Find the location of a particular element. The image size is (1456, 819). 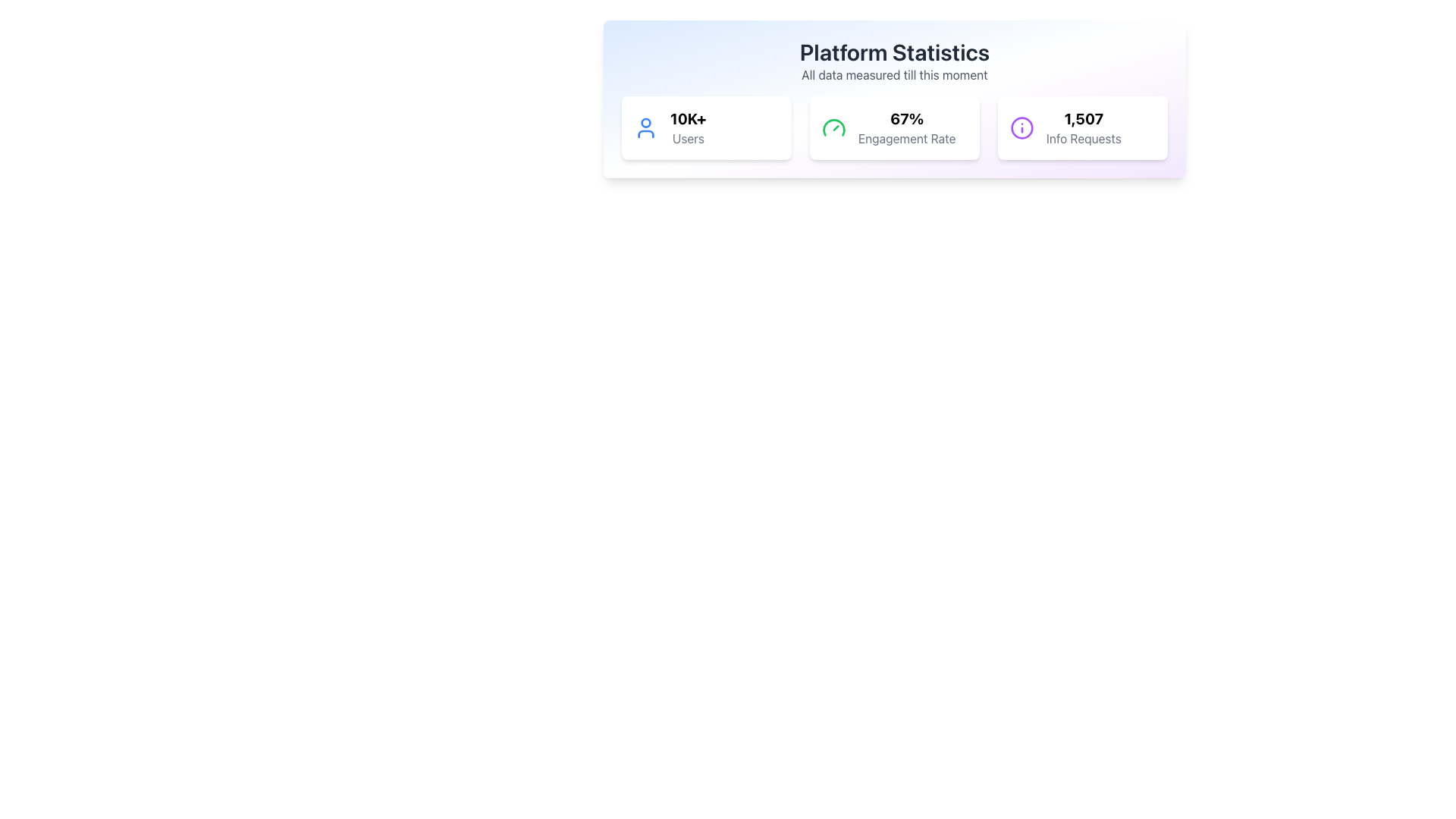

the text label displaying the numeric value '67%' that is styled with a bold font within a white card on the statistics dashboard is located at coordinates (907, 118).